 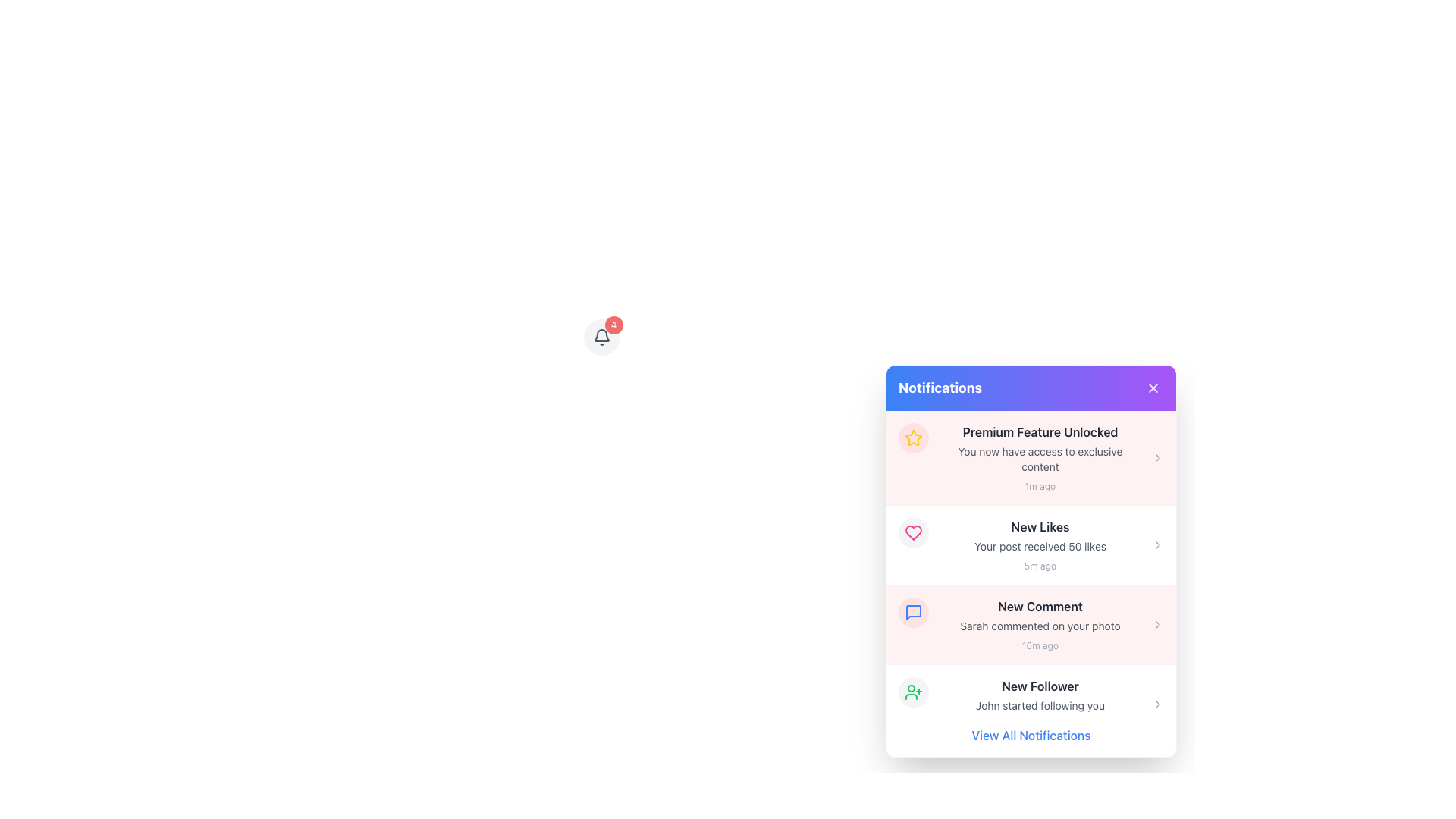 I want to click on the text label that indicates the time elapsed since the activity, positioned at the bottom of the 'New Comment' notification, so click(x=1040, y=646).